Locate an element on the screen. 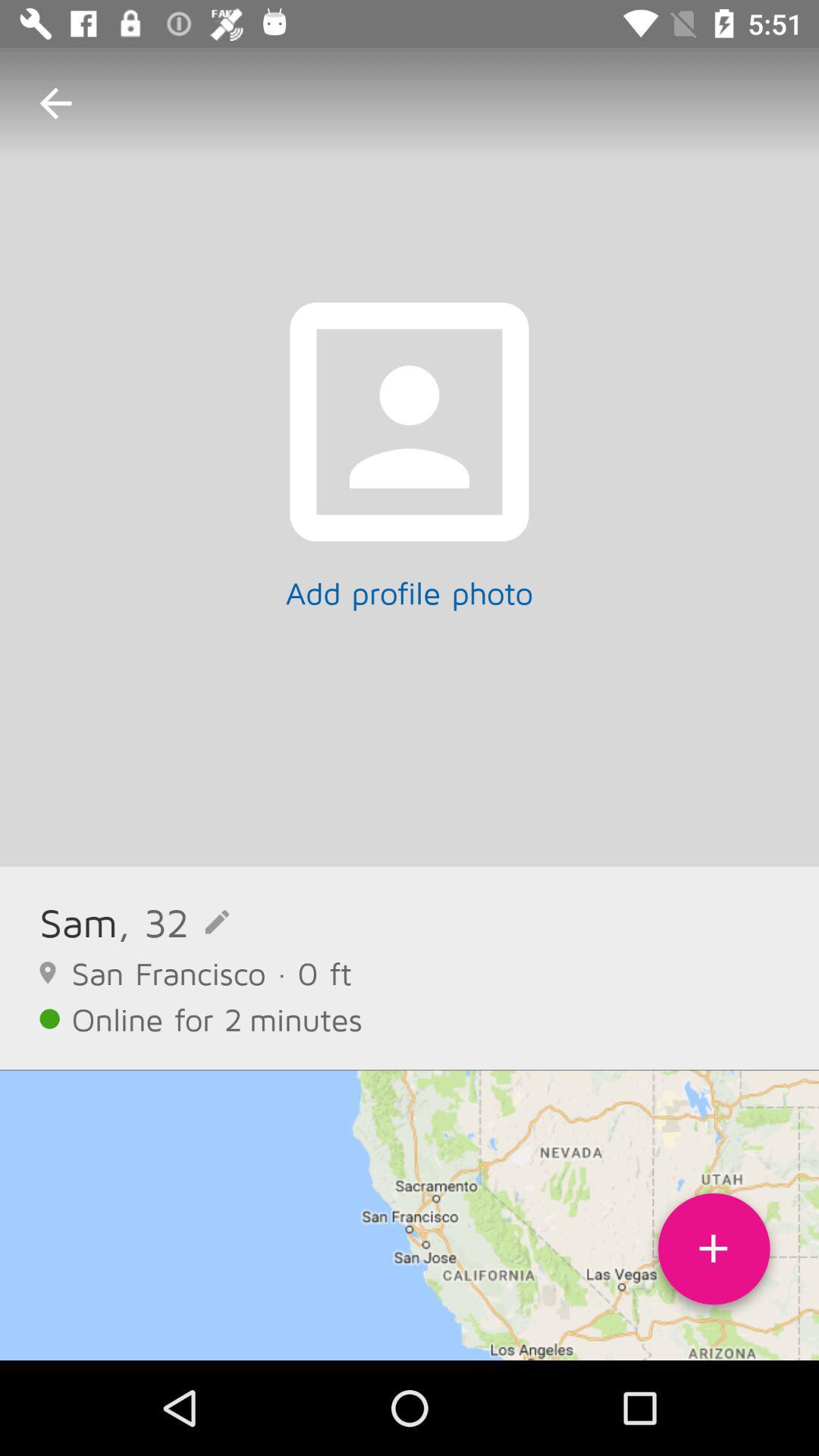 Image resolution: width=819 pixels, height=1456 pixels. the item to the right of sam item is located at coordinates (172, 921).